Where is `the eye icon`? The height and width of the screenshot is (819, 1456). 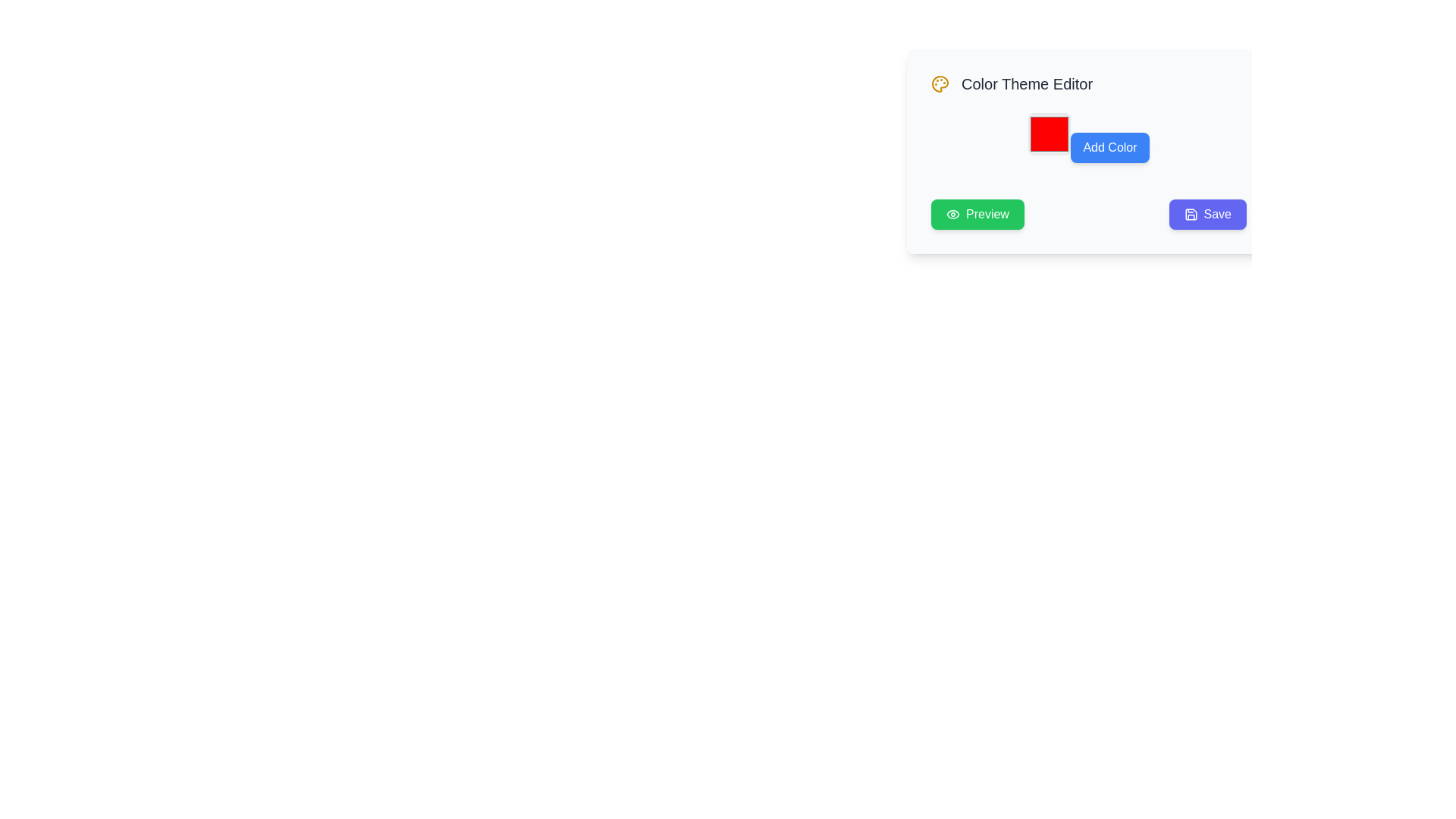
the eye icon is located at coordinates (952, 214).